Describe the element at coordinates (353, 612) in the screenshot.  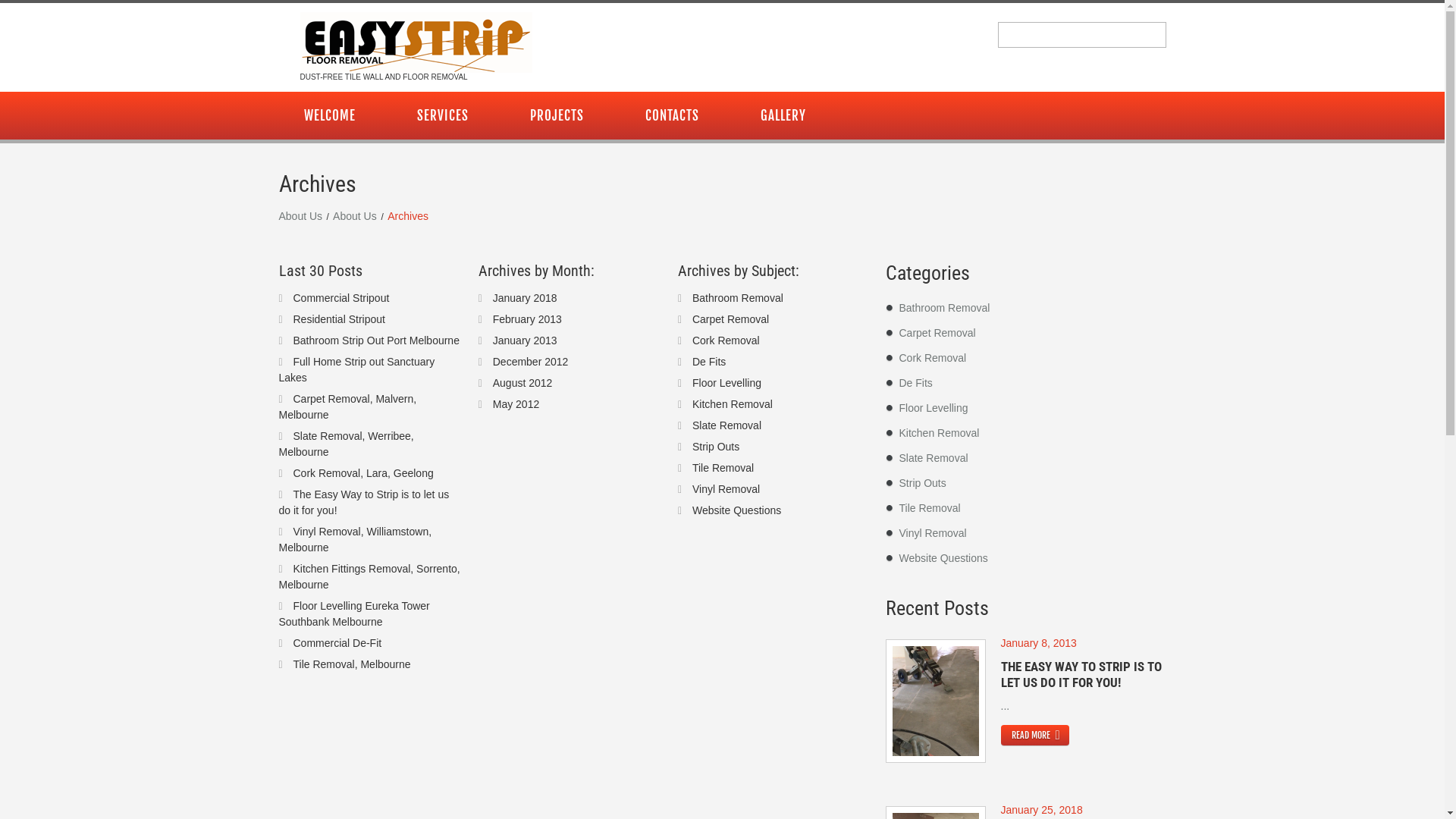
I see `'Floor Levelling Eureka Tower Southbank Melbourne'` at that location.